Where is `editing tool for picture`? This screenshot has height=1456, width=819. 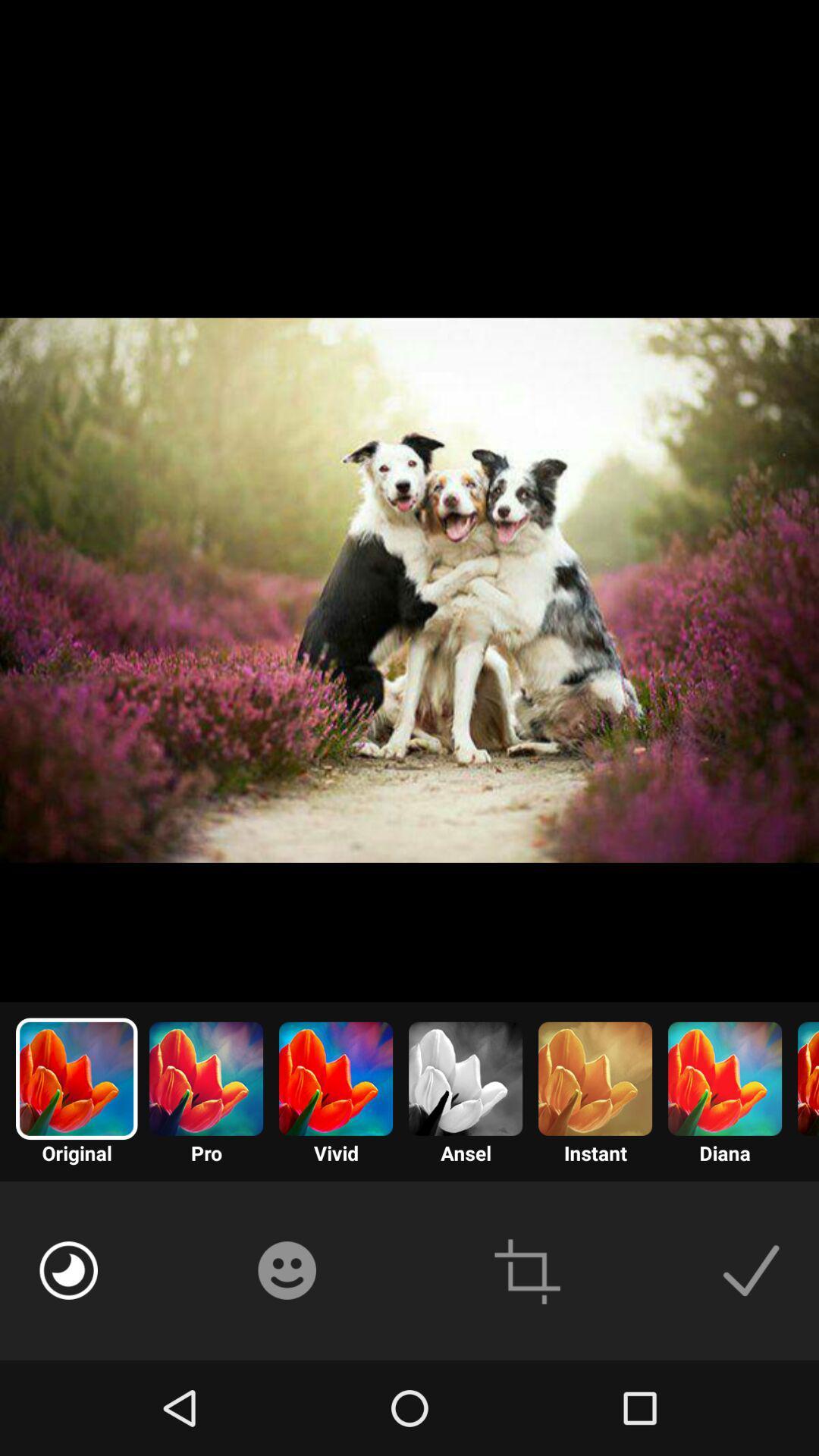
editing tool for picture is located at coordinates (68, 1270).